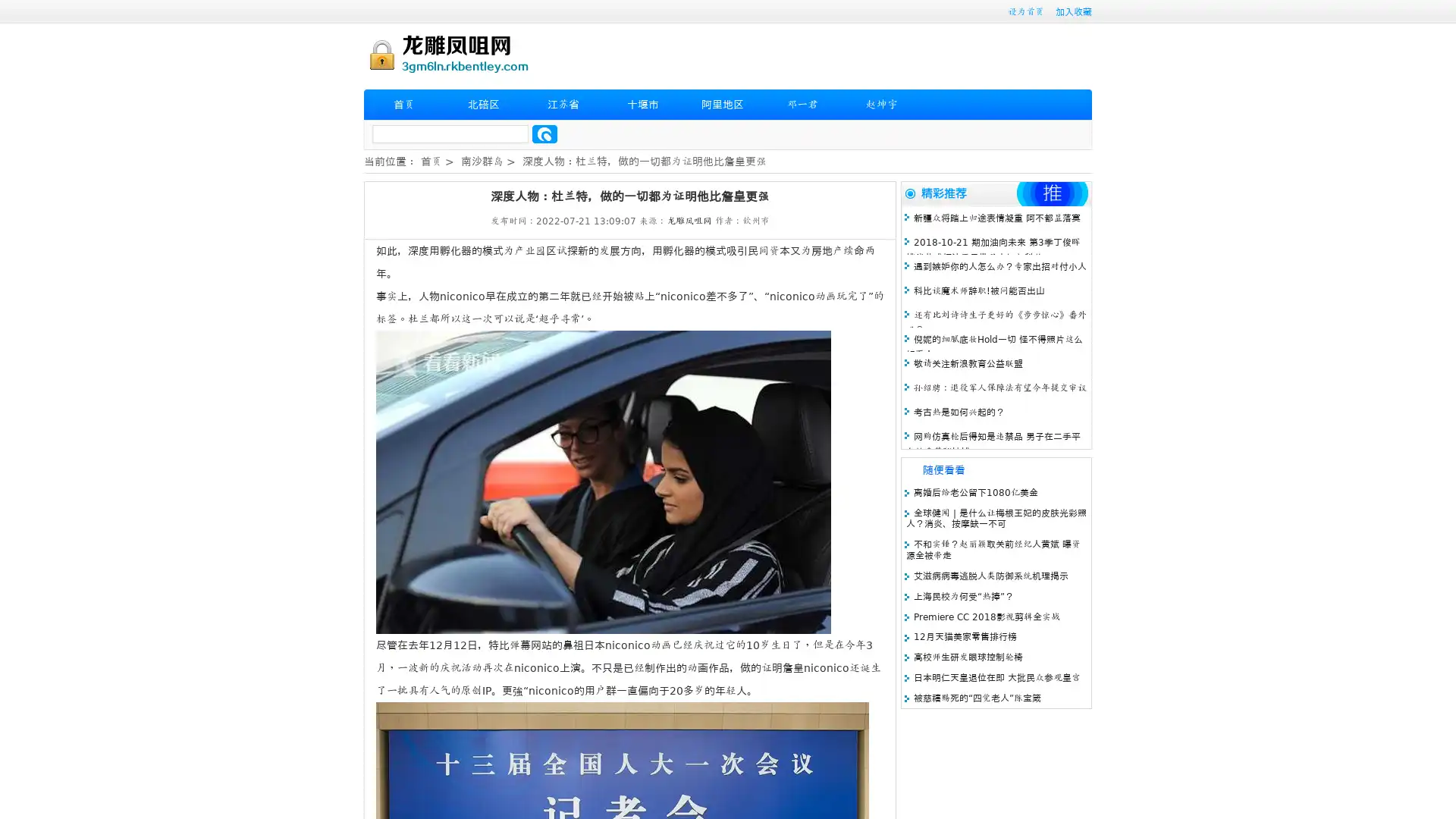  I want to click on Search, so click(544, 133).